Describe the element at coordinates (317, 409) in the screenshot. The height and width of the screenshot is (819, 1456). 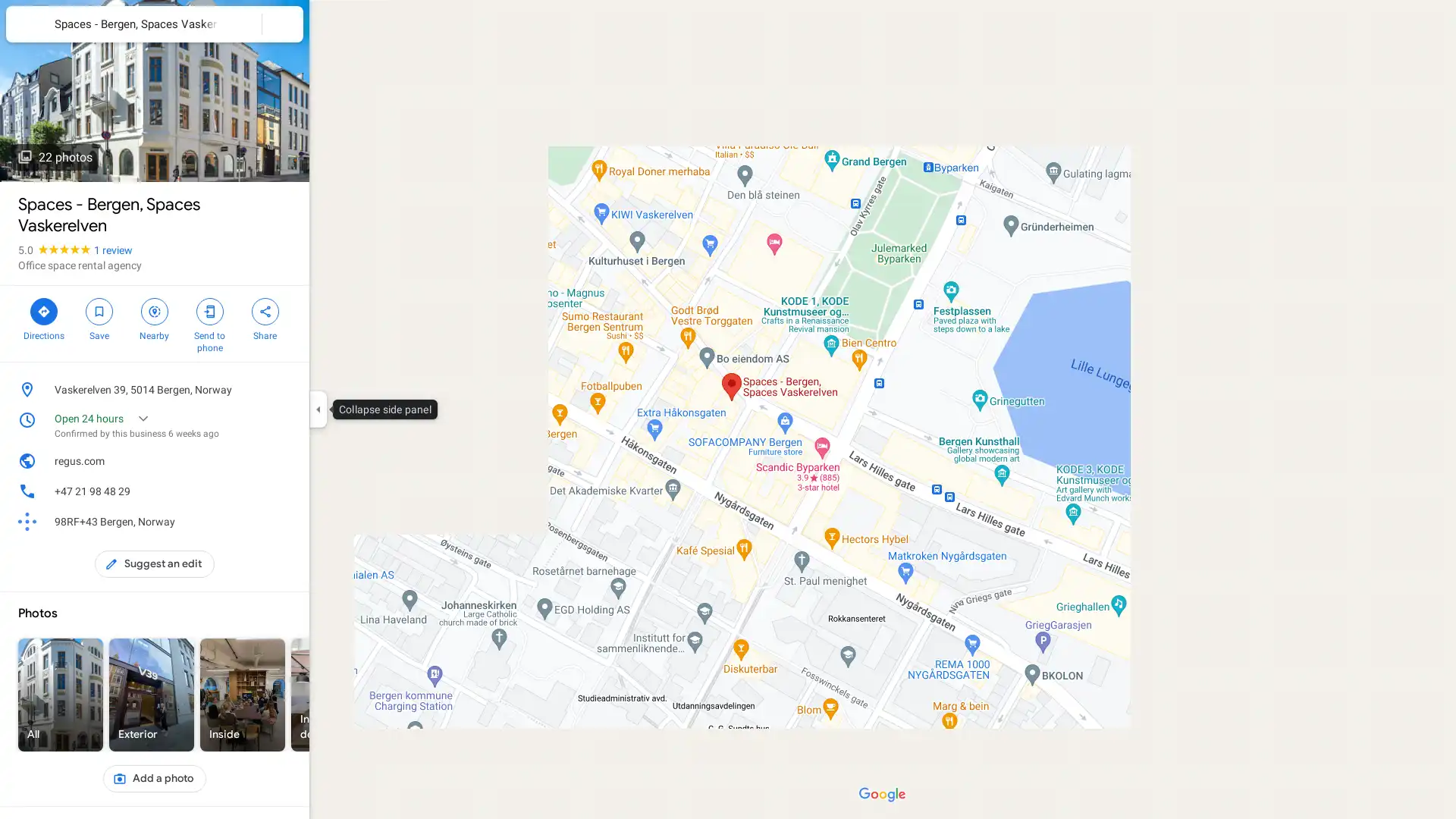
I see `Collapse side panel` at that location.